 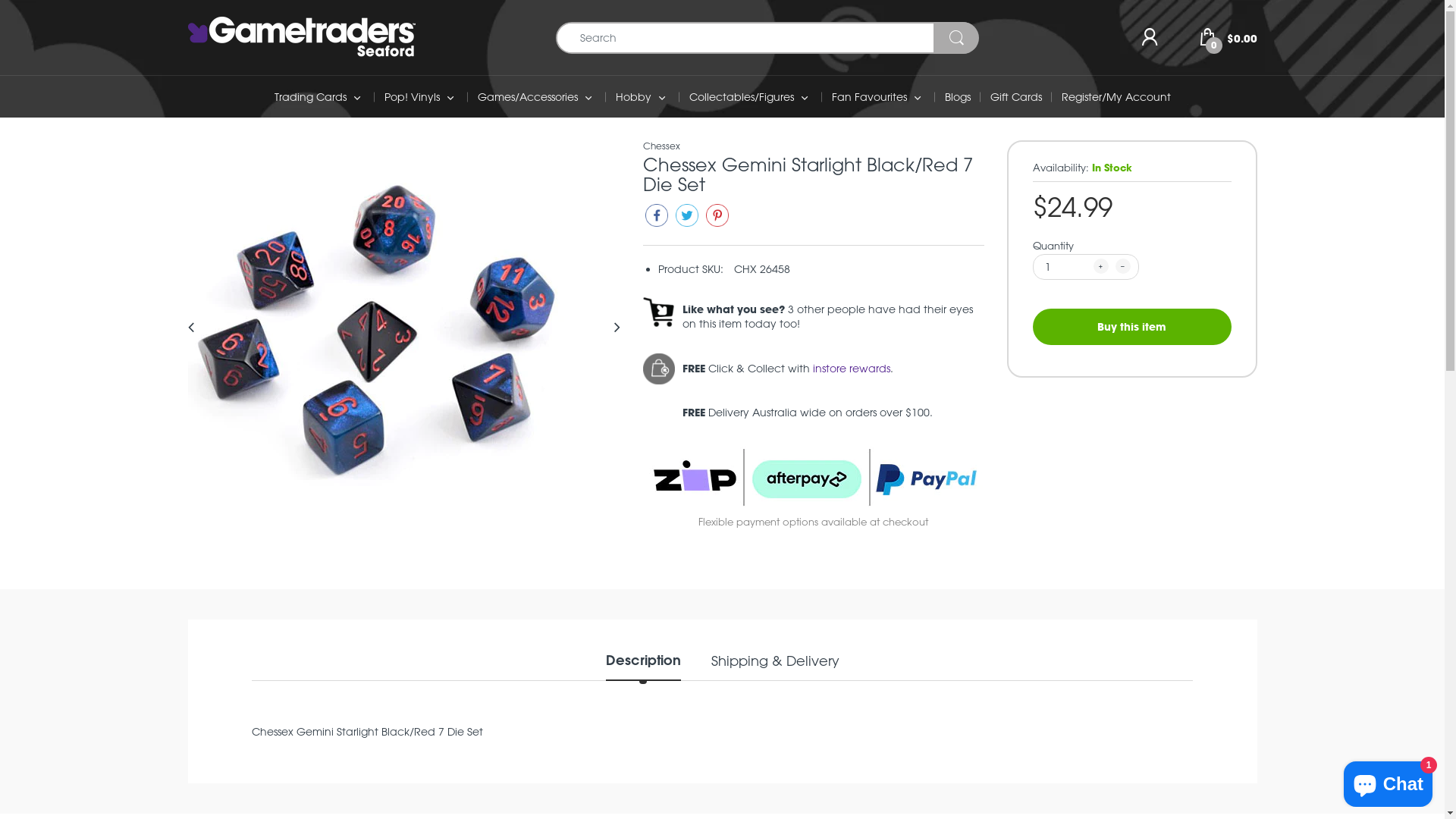 What do you see at coordinates (702, 218) in the screenshot?
I see `'Pinterest'` at bounding box center [702, 218].